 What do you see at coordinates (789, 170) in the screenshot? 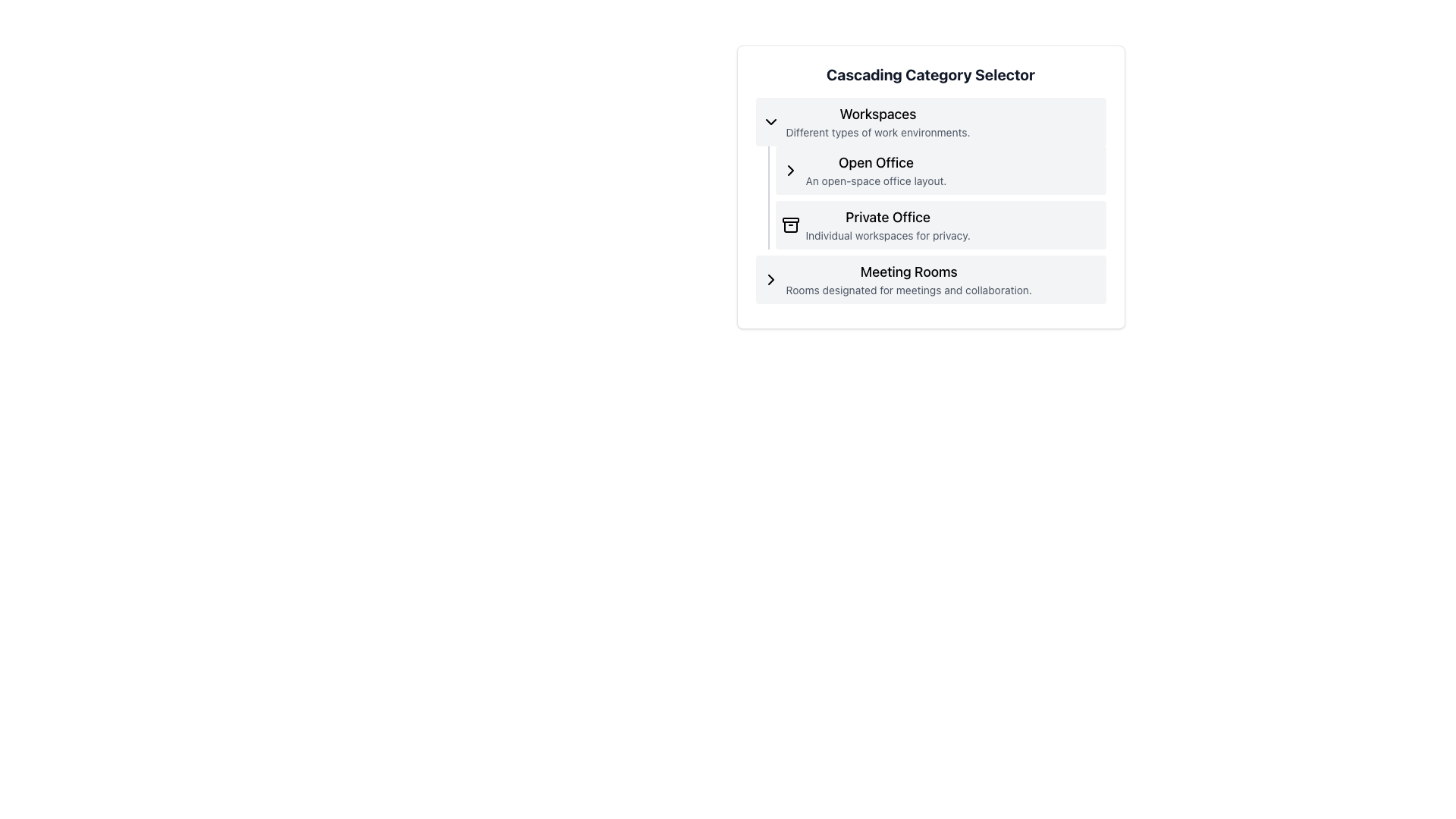
I see `the icon indicating an expandable or navigable item next to the 'Open Office' text to trigger a tooltip or highlight` at bounding box center [789, 170].